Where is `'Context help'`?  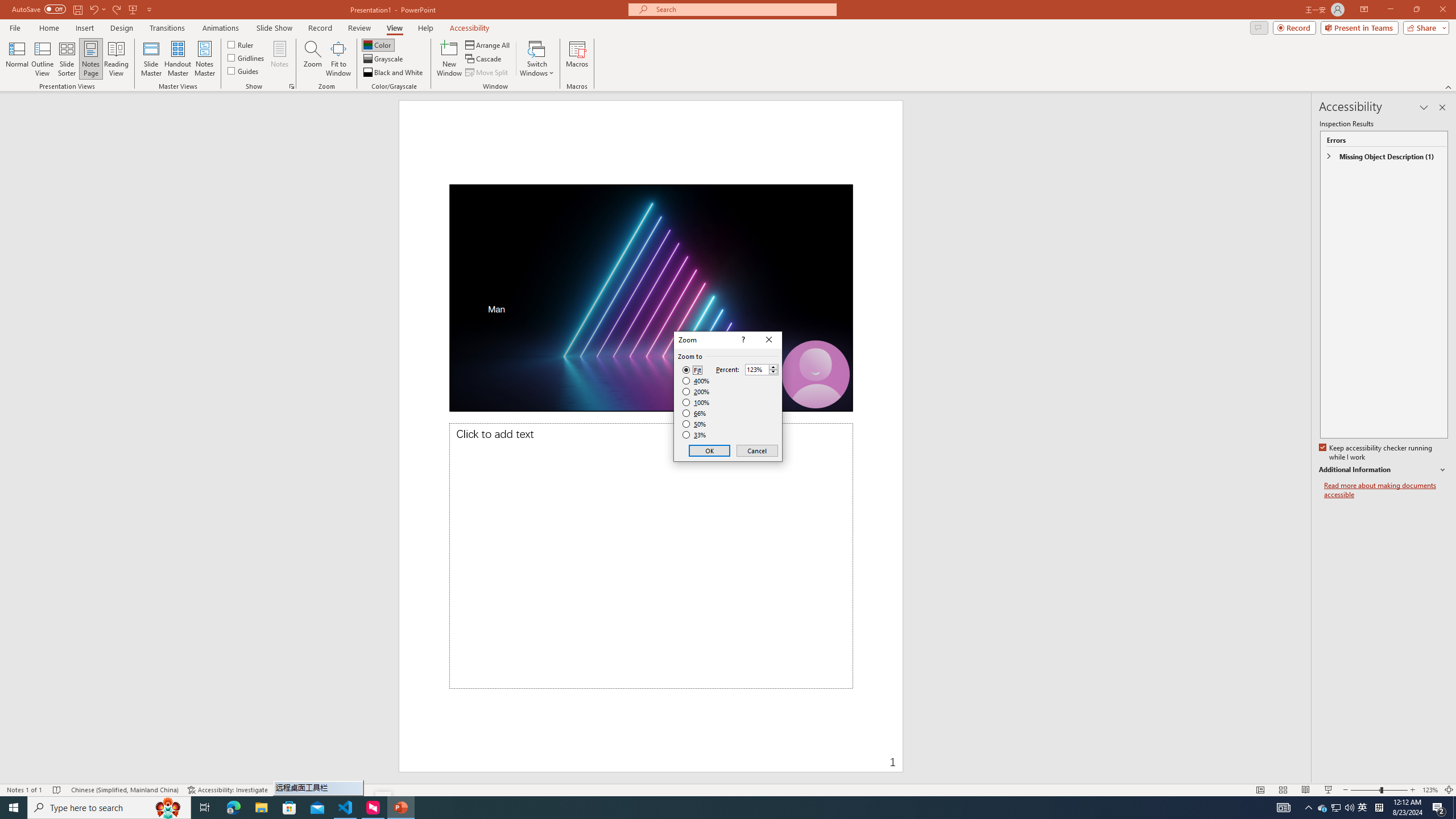
'Context help' is located at coordinates (742, 340).